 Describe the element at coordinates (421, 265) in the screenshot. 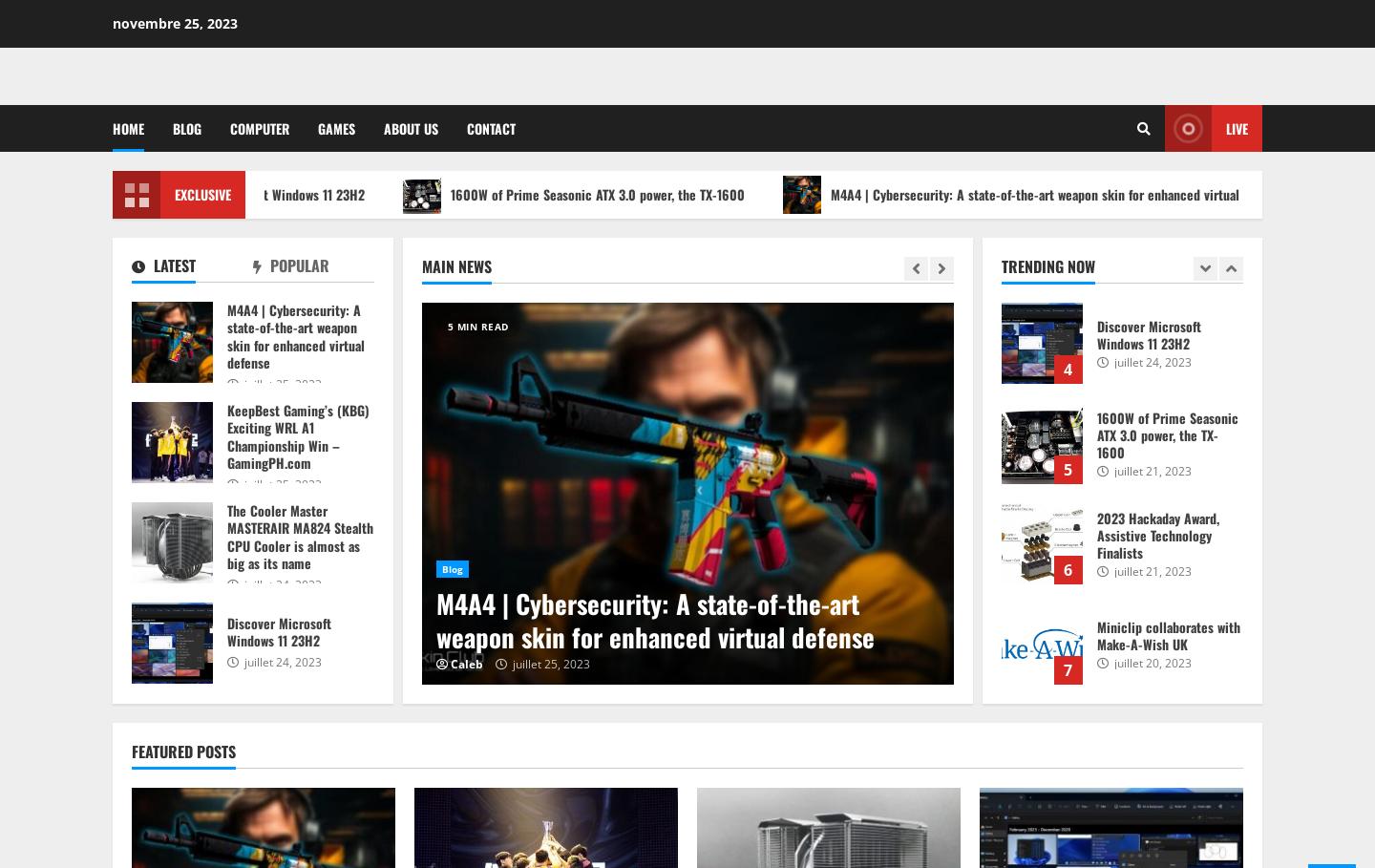

I see `'Main News'` at that location.